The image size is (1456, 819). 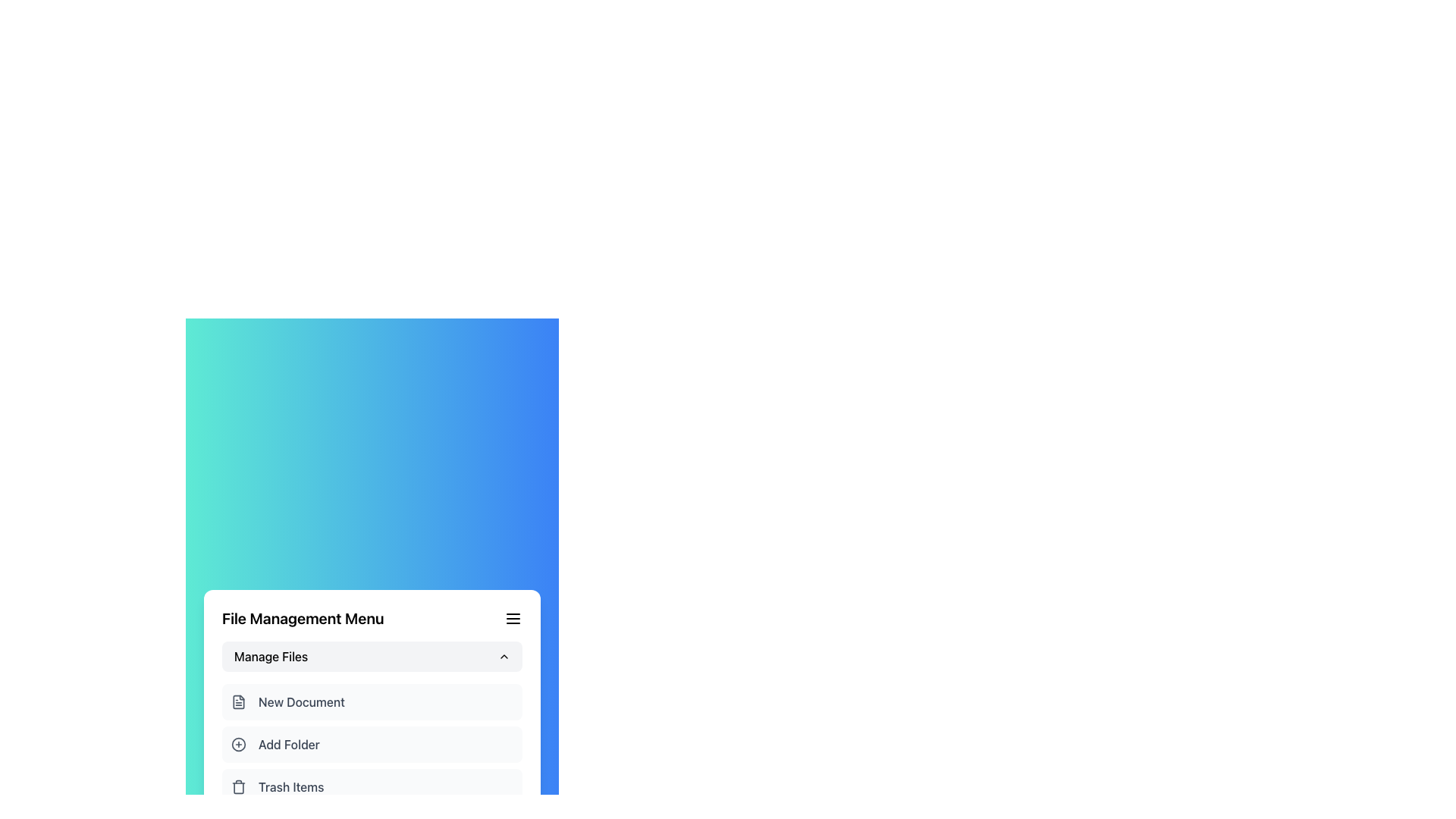 I want to click on the text 'Trash Items' in the file management menu, which is styled in medium-weight gray font and positioned to the right of a trashcan icon, so click(x=291, y=786).